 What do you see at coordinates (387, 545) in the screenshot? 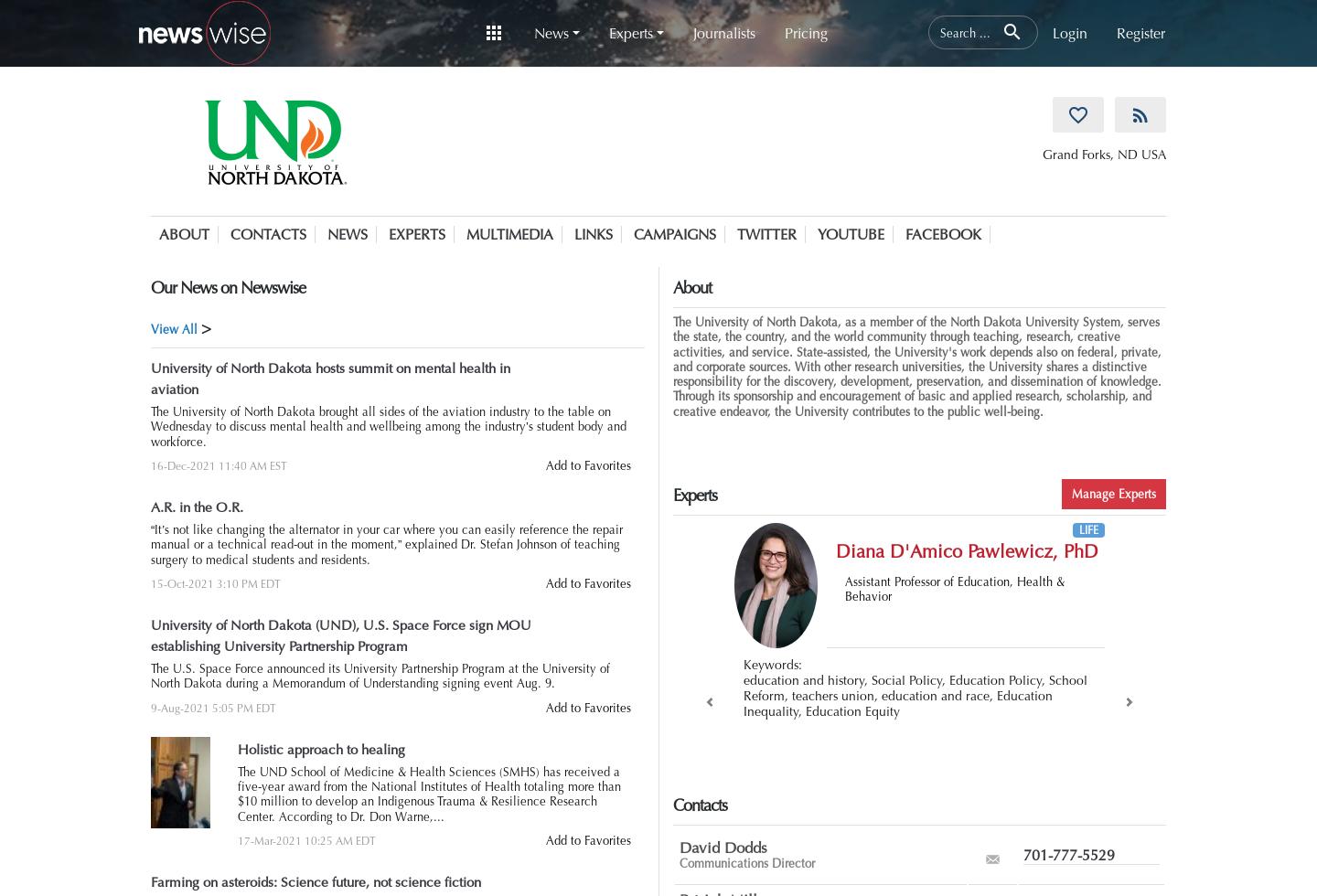
I see `'“It’s not like changing the alternator in your car where you can easily reference the repair manual or a technical read-out in the moment,” explained Dr. Stefan Johnson of teaching surgery to medical students and residents.'` at bounding box center [387, 545].